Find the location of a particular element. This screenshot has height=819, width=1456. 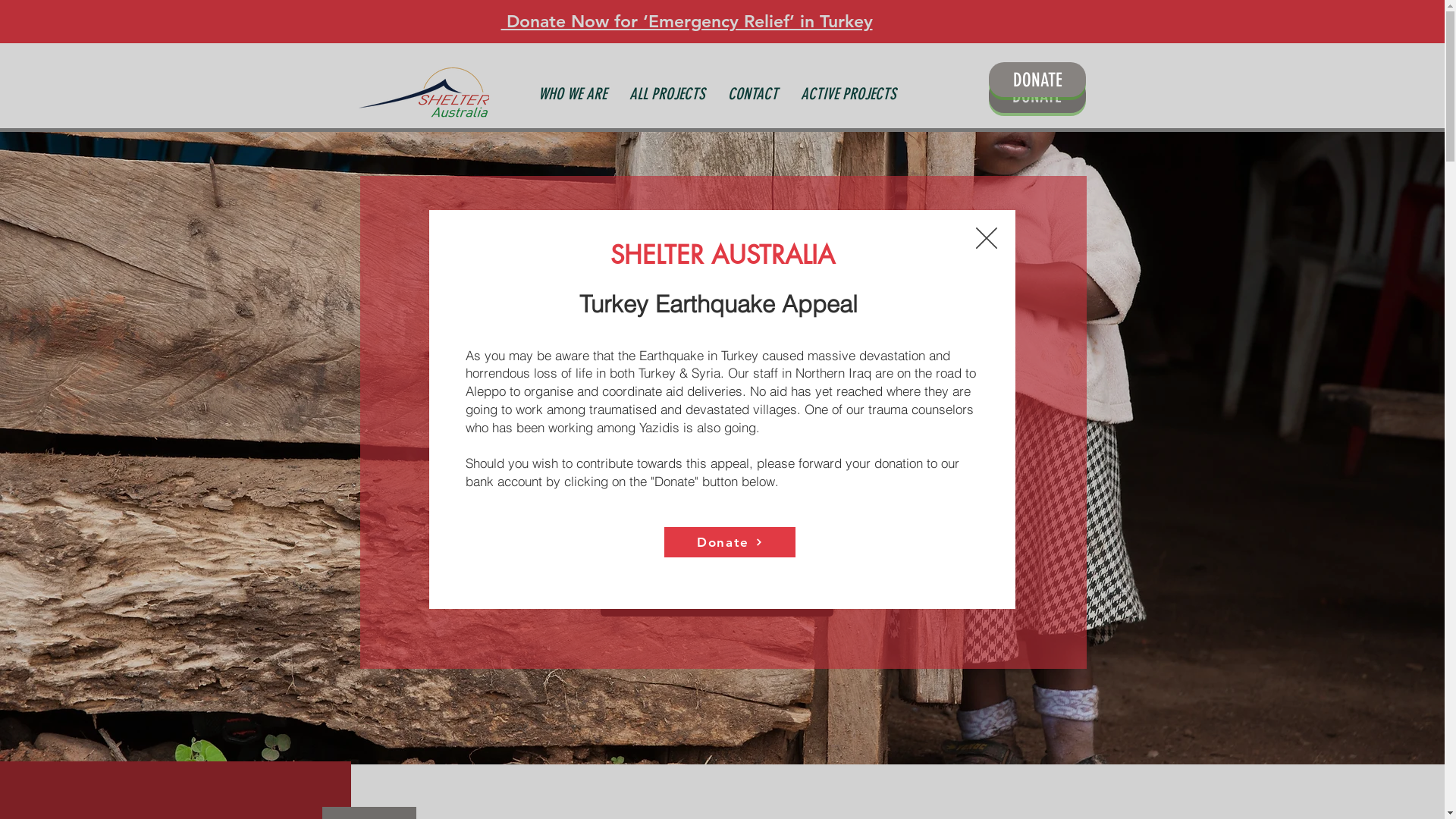

'WHO WE ARE' is located at coordinates (571, 93).